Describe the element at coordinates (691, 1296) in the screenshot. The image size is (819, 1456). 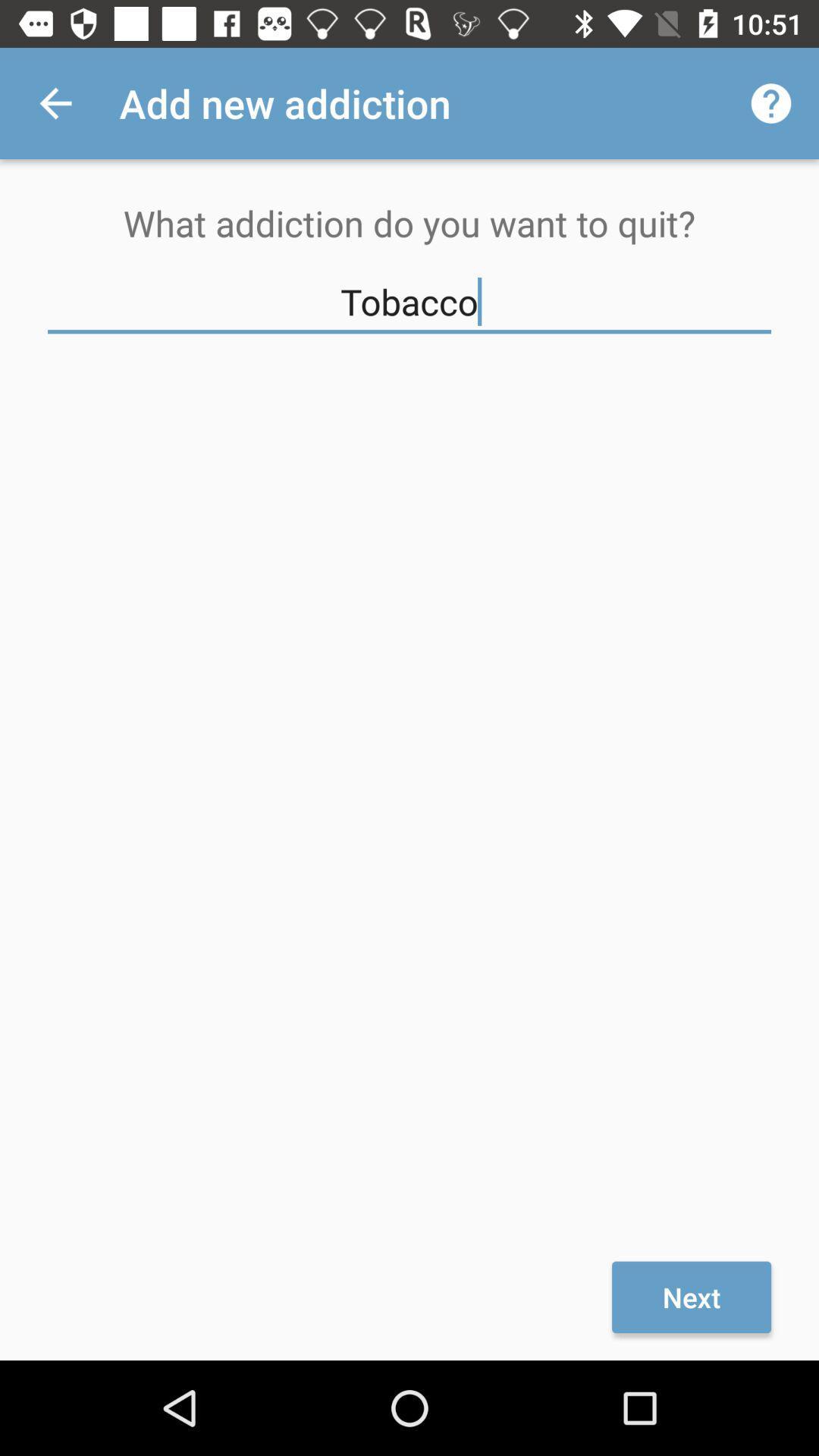
I see `the icon at the bottom right corner` at that location.